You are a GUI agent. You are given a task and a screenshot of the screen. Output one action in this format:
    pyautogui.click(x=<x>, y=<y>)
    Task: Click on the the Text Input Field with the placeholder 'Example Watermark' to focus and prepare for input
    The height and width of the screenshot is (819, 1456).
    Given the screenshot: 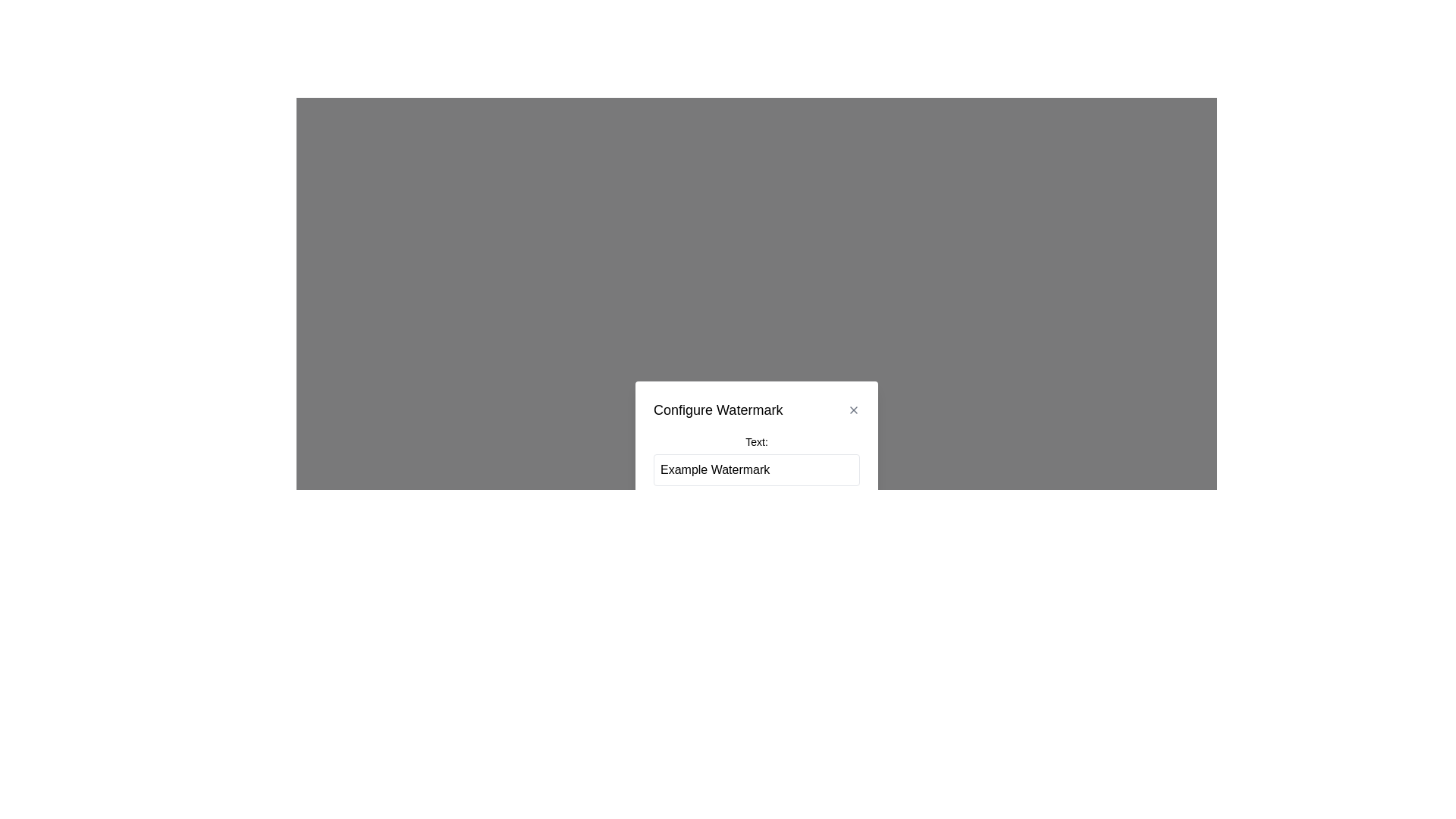 What is the action you would take?
    pyautogui.click(x=757, y=468)
    